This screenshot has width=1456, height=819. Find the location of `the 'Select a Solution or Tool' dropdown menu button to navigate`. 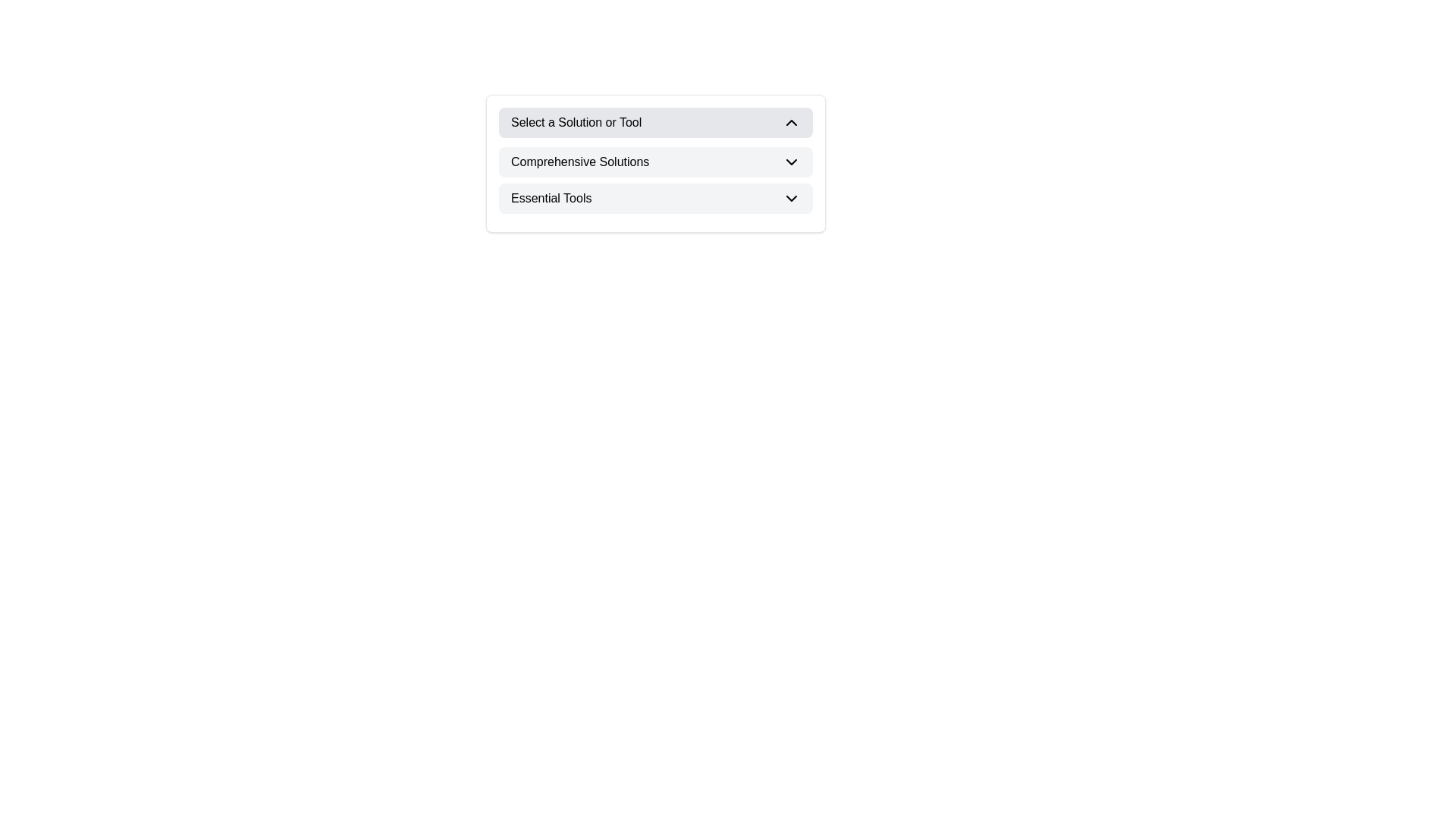

the 'Select a Solution or Tool' dropdown menu button to navigate is located at coordinates (655, 122).